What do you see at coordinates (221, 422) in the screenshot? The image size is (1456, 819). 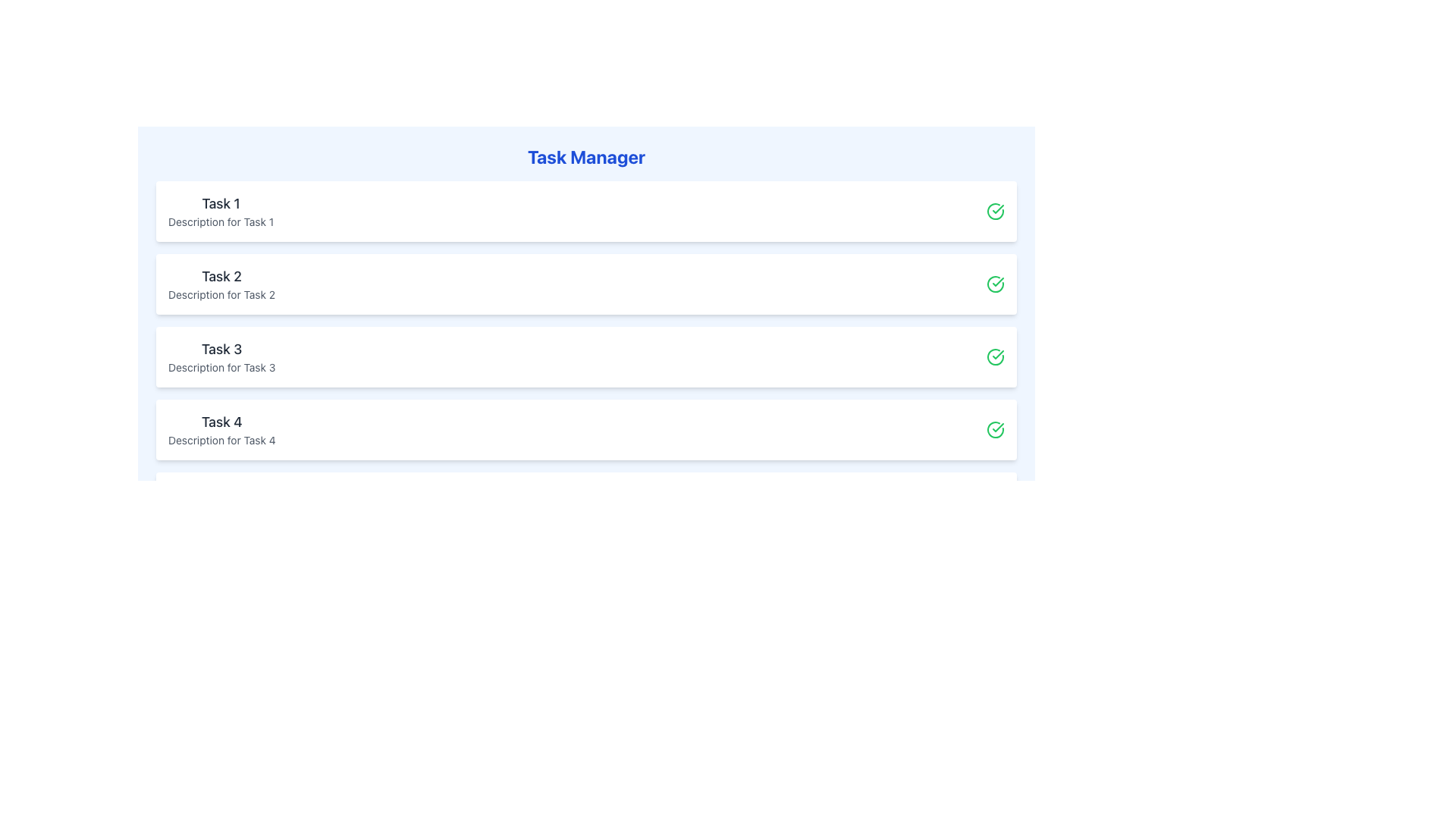 I see `the text label at the top of the fourth task card, which distinguishes it from other task cards in the list` at bounding box center [221, 422].